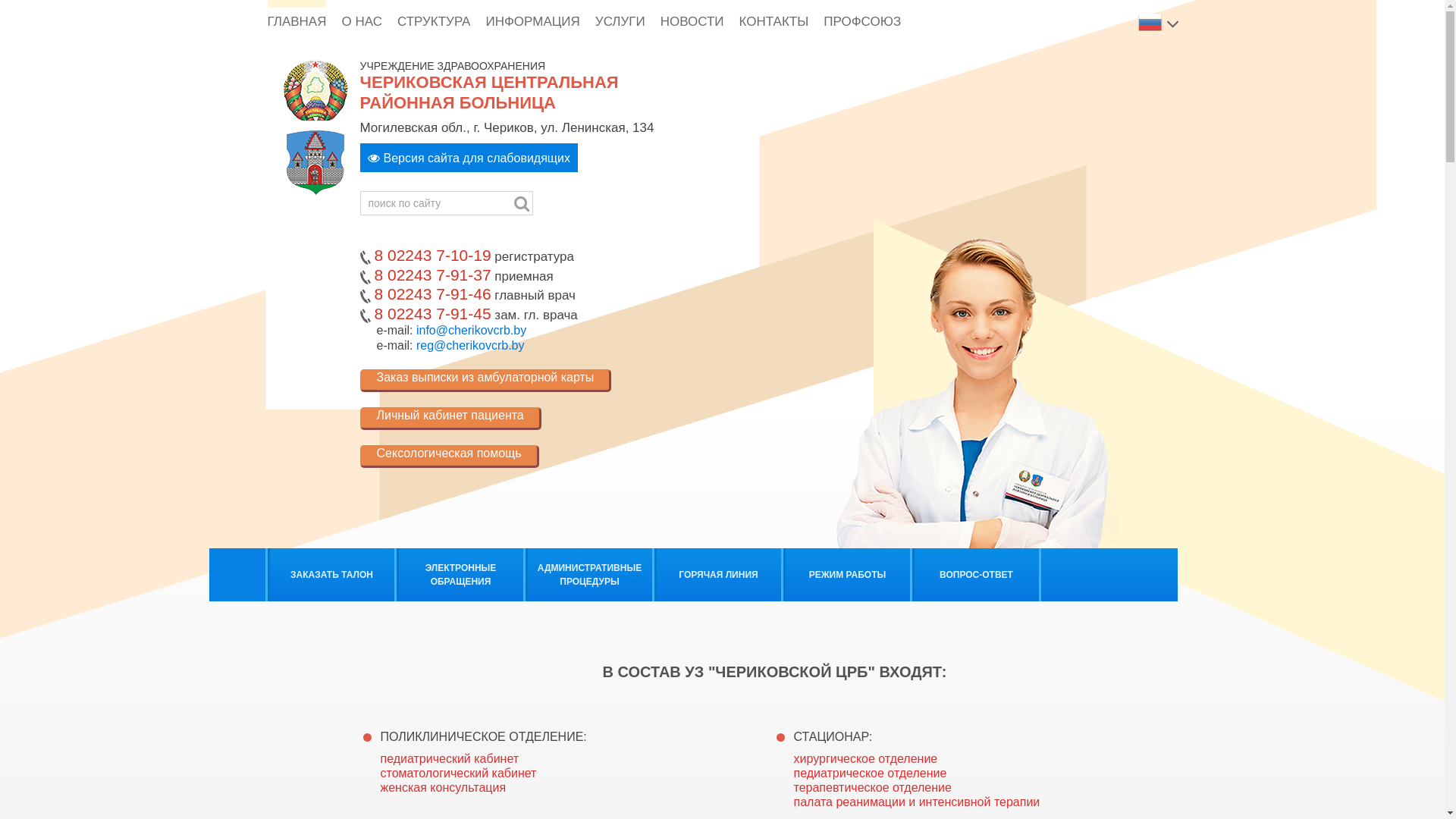 The height and width of the screenshot is (819, 1456). What do you see at coordinates (470, 329) in the screenshot?
I see `'info@cherikovcrb.by'` at bounding box center [470, 329].